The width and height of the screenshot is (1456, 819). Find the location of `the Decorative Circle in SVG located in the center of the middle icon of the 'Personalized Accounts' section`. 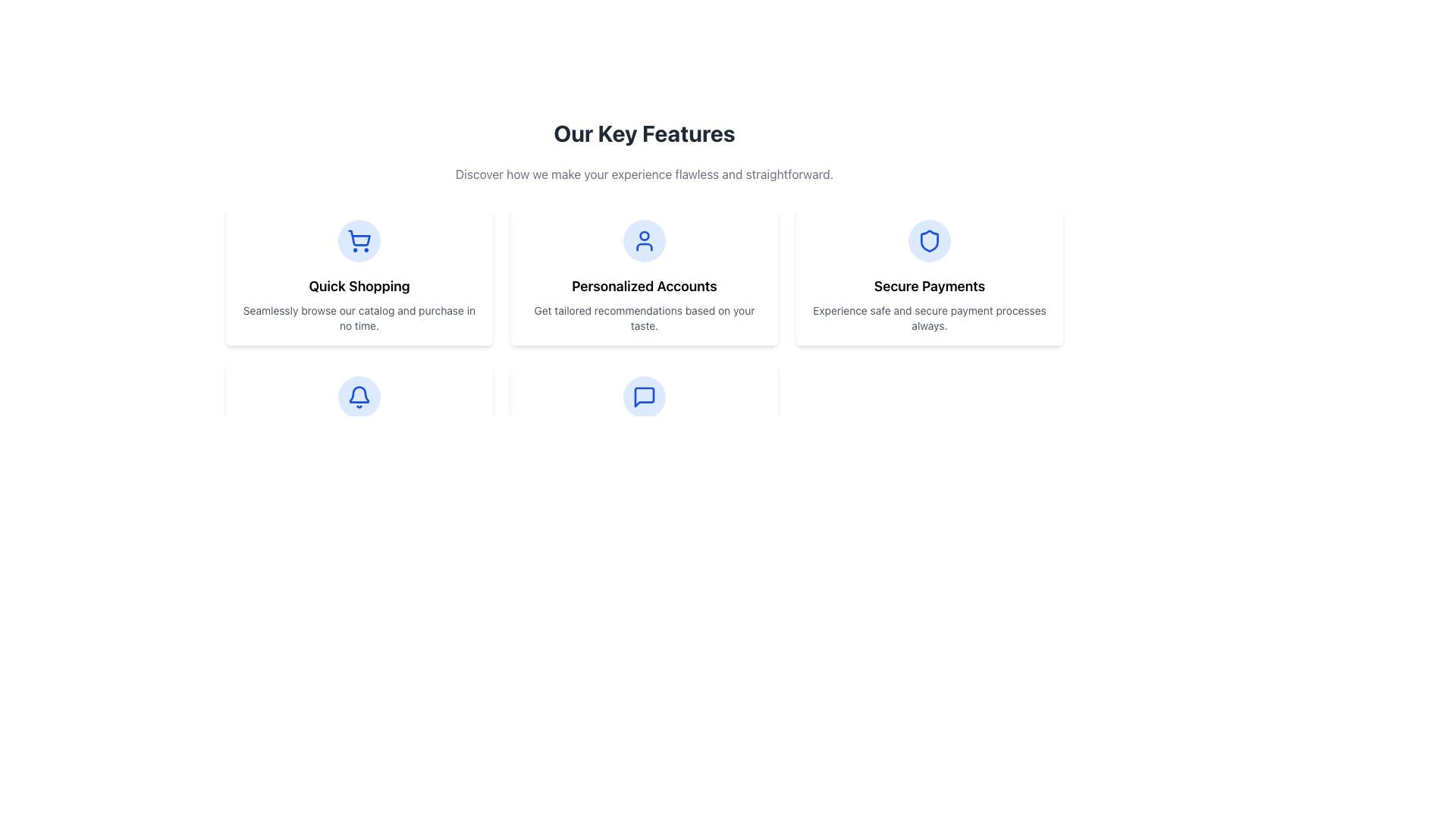

the Decorative Circle in SVG located in the center of the middle icon of the 'Personalized Accounts' section is located at coordinates (644, 236).